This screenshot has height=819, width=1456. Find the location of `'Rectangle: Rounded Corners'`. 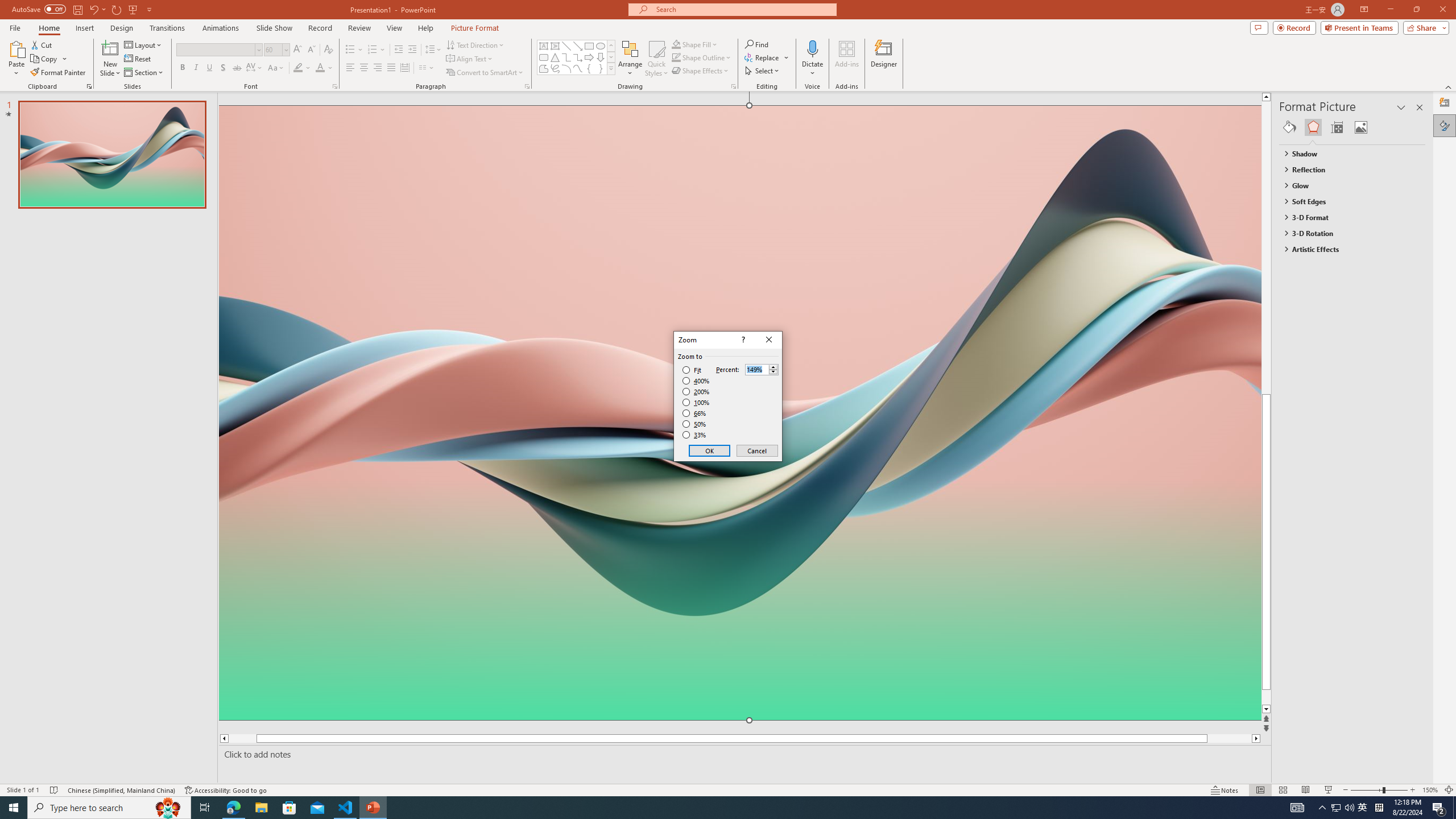

'Rectangle: Rounded Corners' is located at coordinates (543, 56).